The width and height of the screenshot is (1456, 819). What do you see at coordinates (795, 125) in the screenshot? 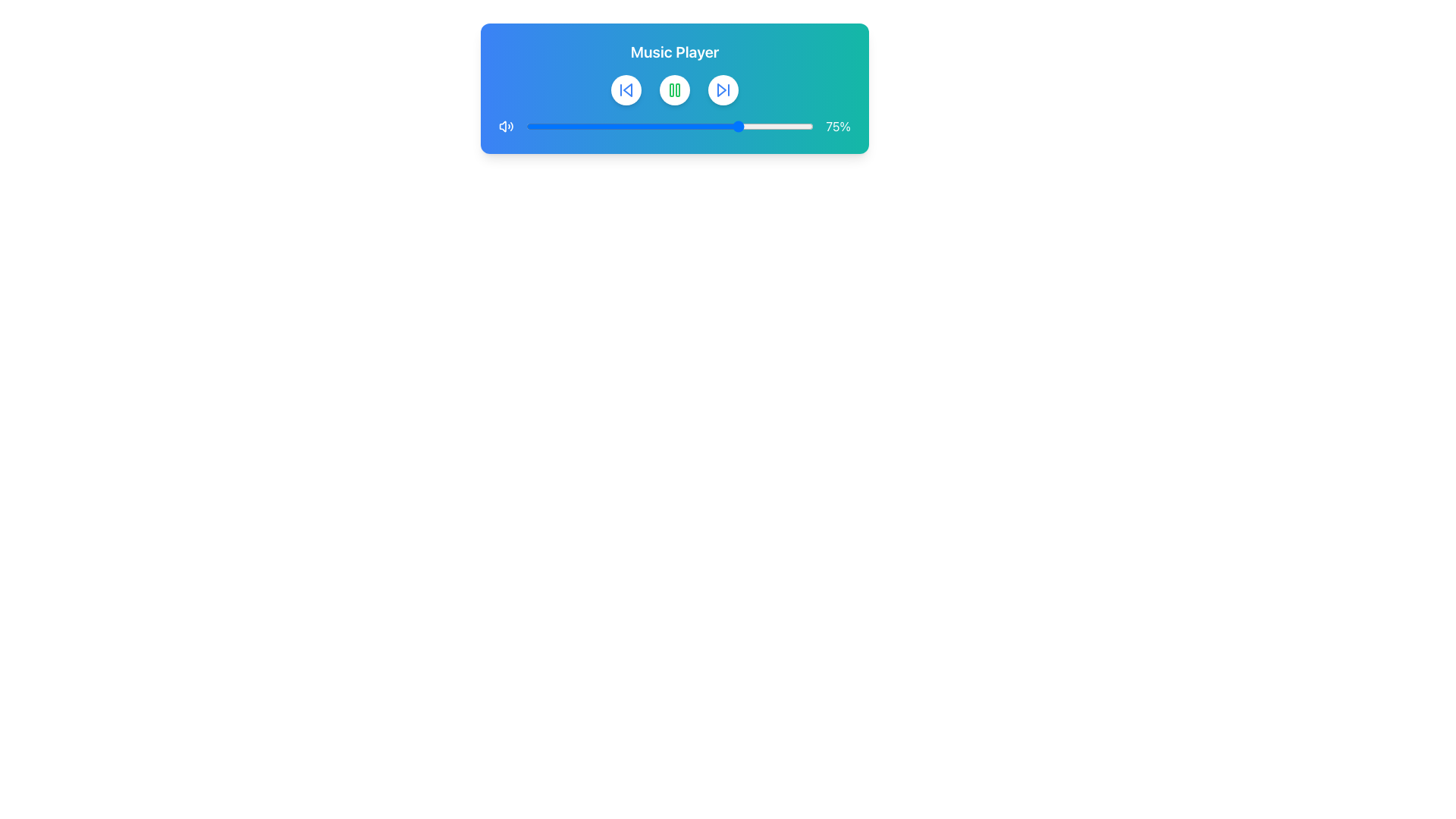
I see `the volume level` at bounding box center [795, 125].